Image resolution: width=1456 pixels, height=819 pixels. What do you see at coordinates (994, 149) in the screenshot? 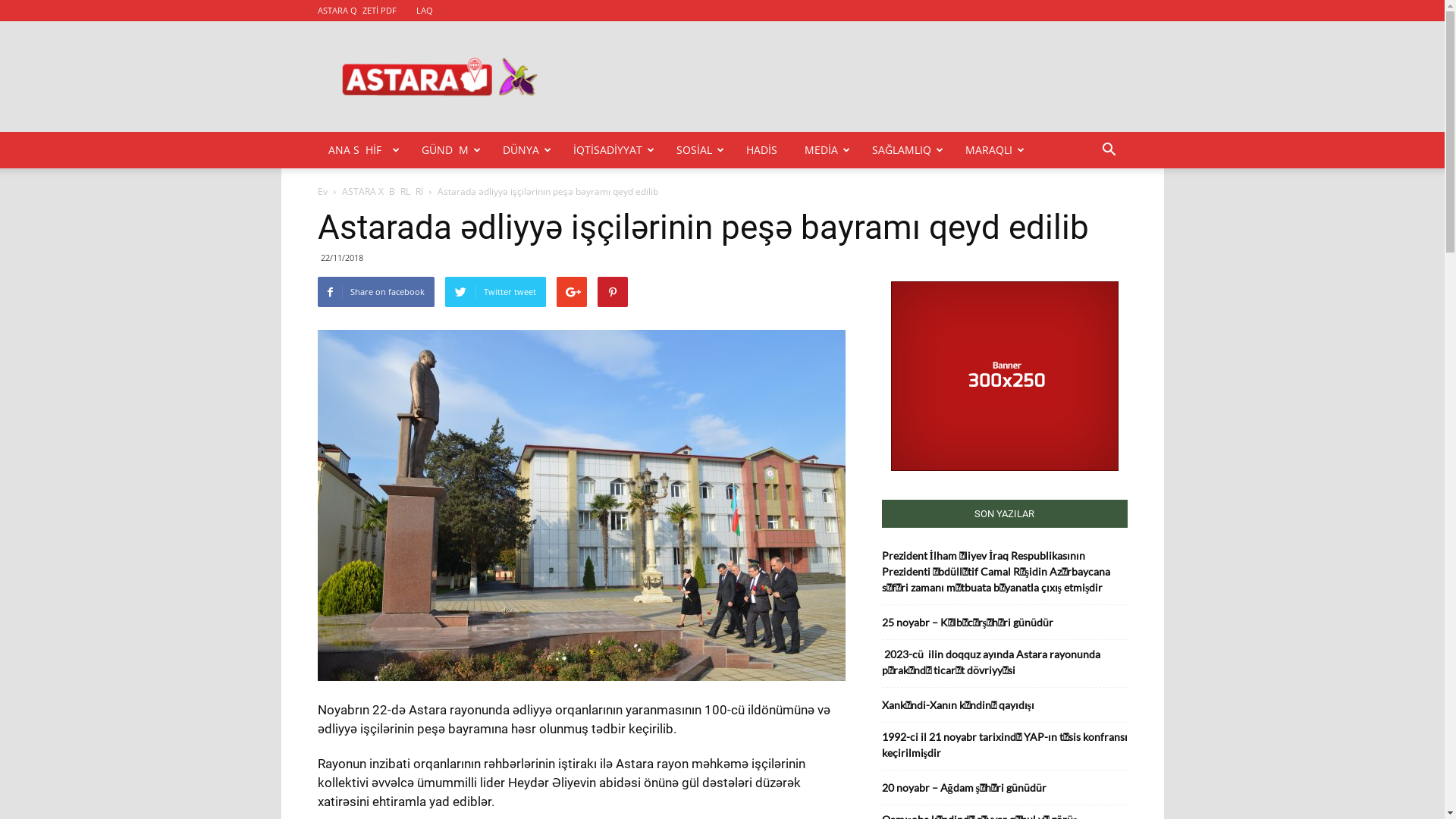
I see `'MARAQLI'` at bounding box center [994, 149].